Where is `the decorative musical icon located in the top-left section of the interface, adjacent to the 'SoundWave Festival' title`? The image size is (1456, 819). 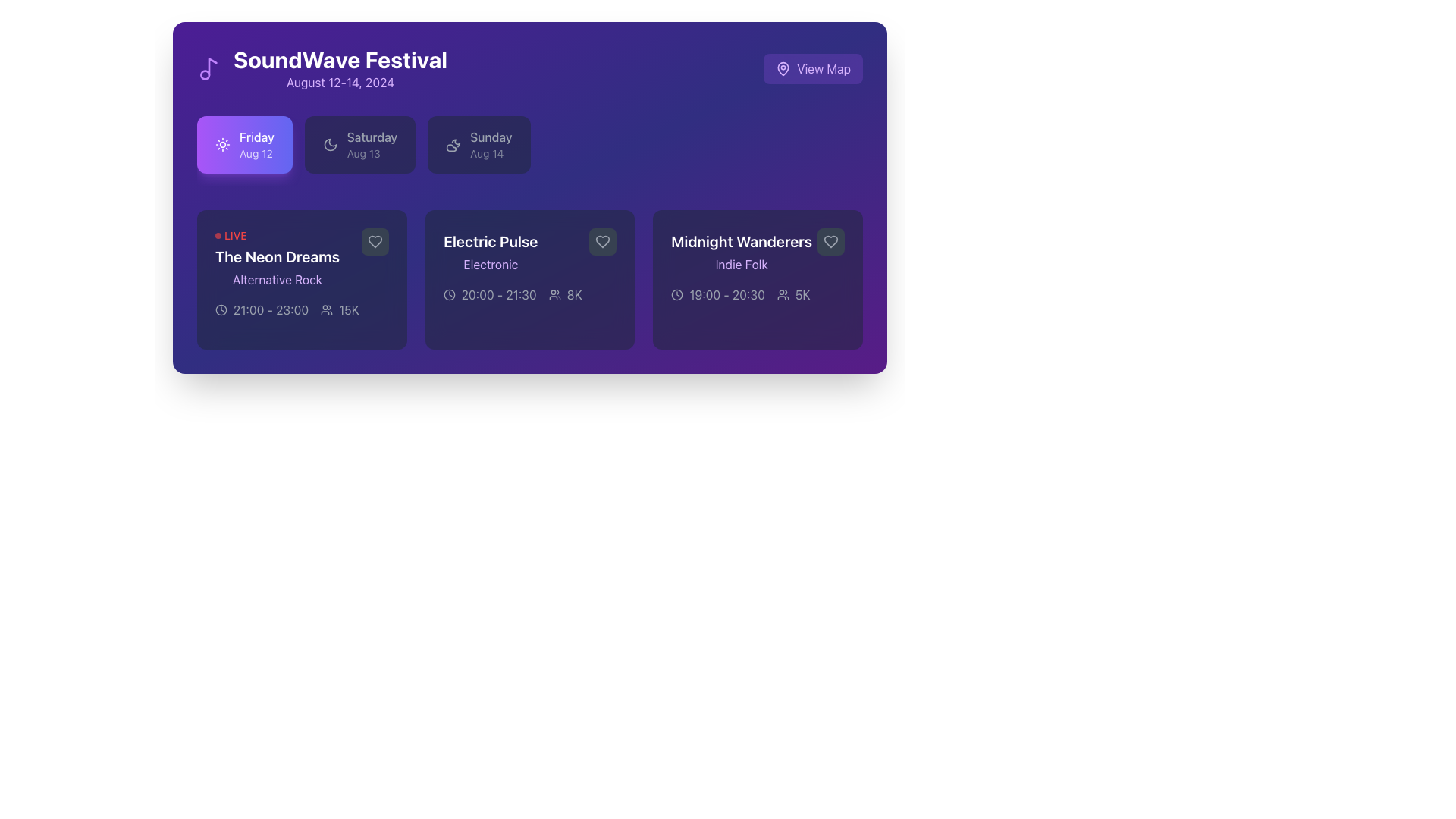
the decorative musical icon located in the top-left section of the interface, adjacent to the 'SoundWave Festival' title is located at coordinates (212, 66).